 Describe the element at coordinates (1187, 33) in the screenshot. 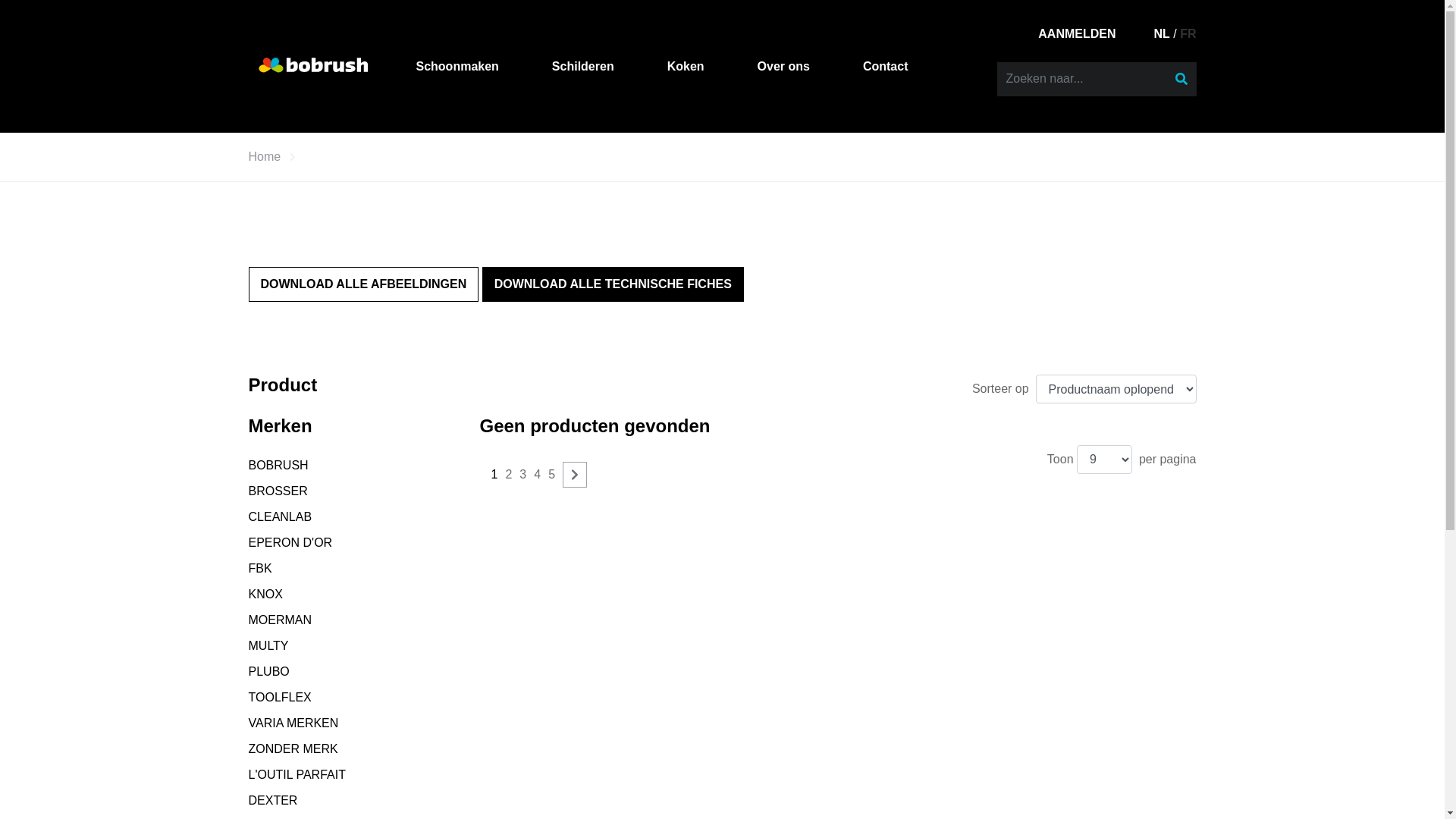

I see `'FR'` at that location.